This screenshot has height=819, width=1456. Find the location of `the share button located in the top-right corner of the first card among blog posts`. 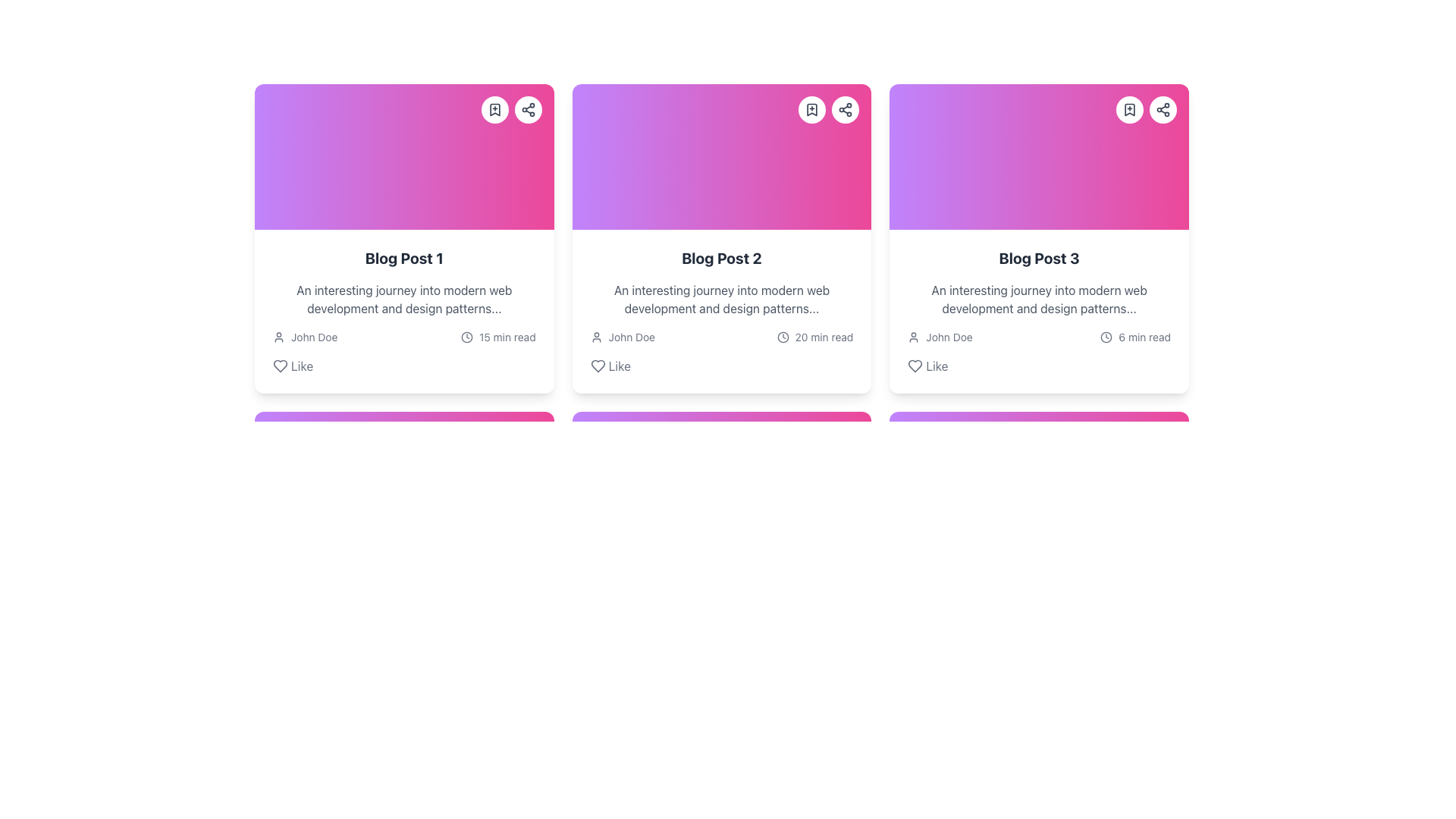

the share button located in the top-right corner of the first card among blog posts is located at coordinates (528, 109).